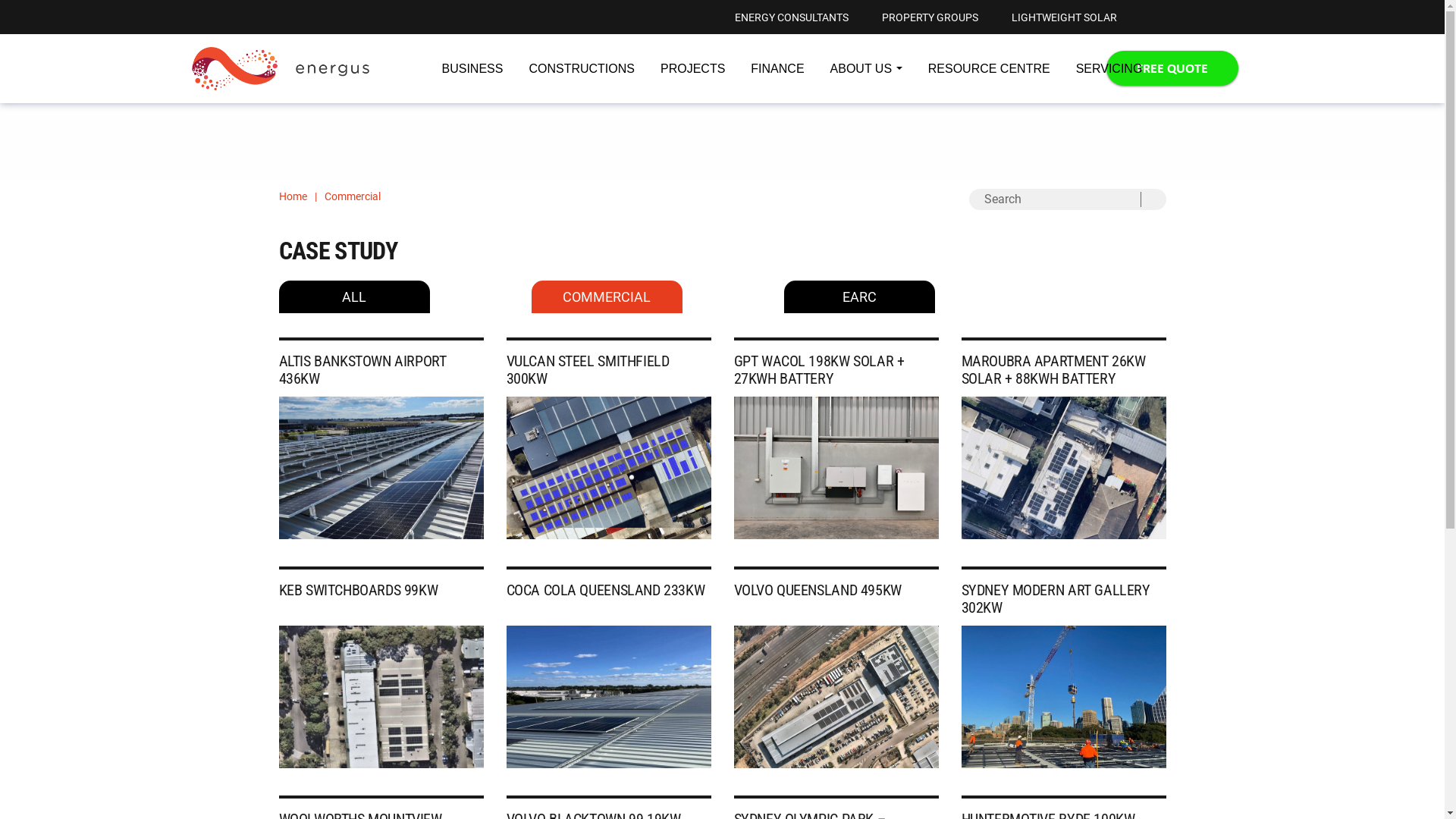 The width and height of the screenshot is (1456, 819). I want to click on 'VOLVO QUEENSLAND 495KW', so click(817, 589).